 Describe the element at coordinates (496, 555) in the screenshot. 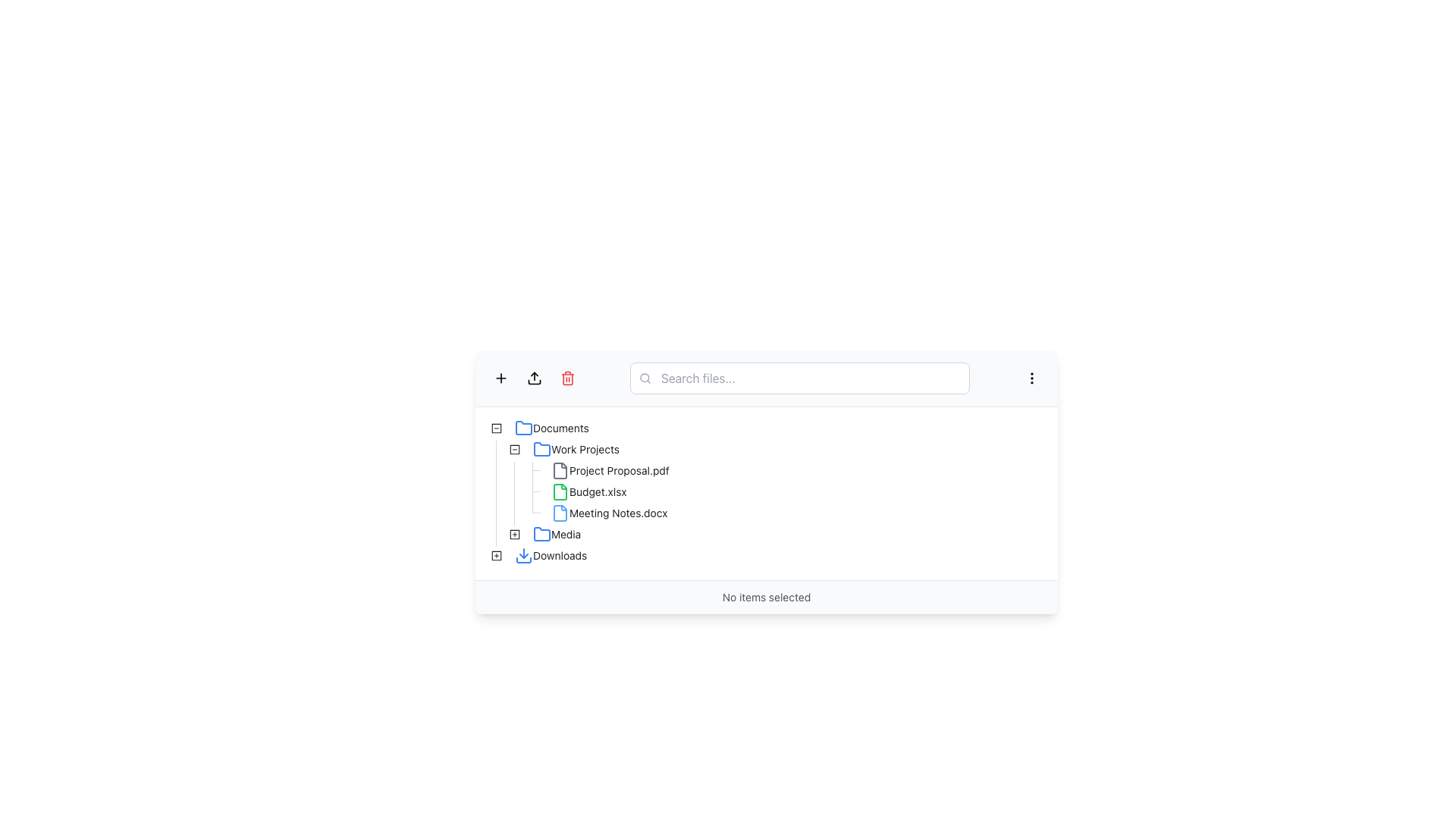

I see `the Downloads icon in the file tree view` at that location.